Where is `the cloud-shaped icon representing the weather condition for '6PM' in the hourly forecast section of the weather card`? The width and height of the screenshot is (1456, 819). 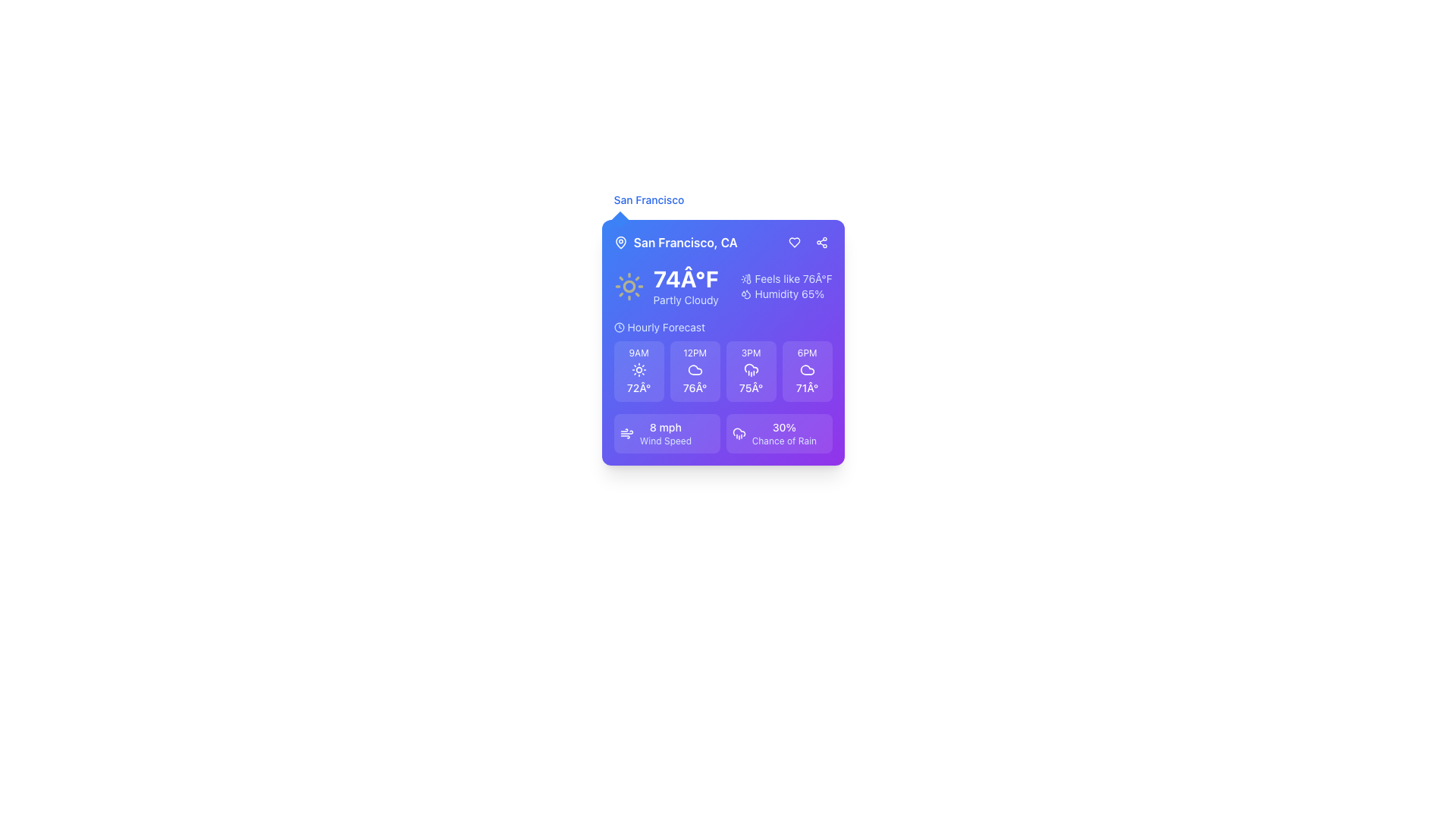
the cloud-shaped icon representing the weather condition for '6PM' in the hourly forecast section of the weather card is located at coordinates (806, 370).